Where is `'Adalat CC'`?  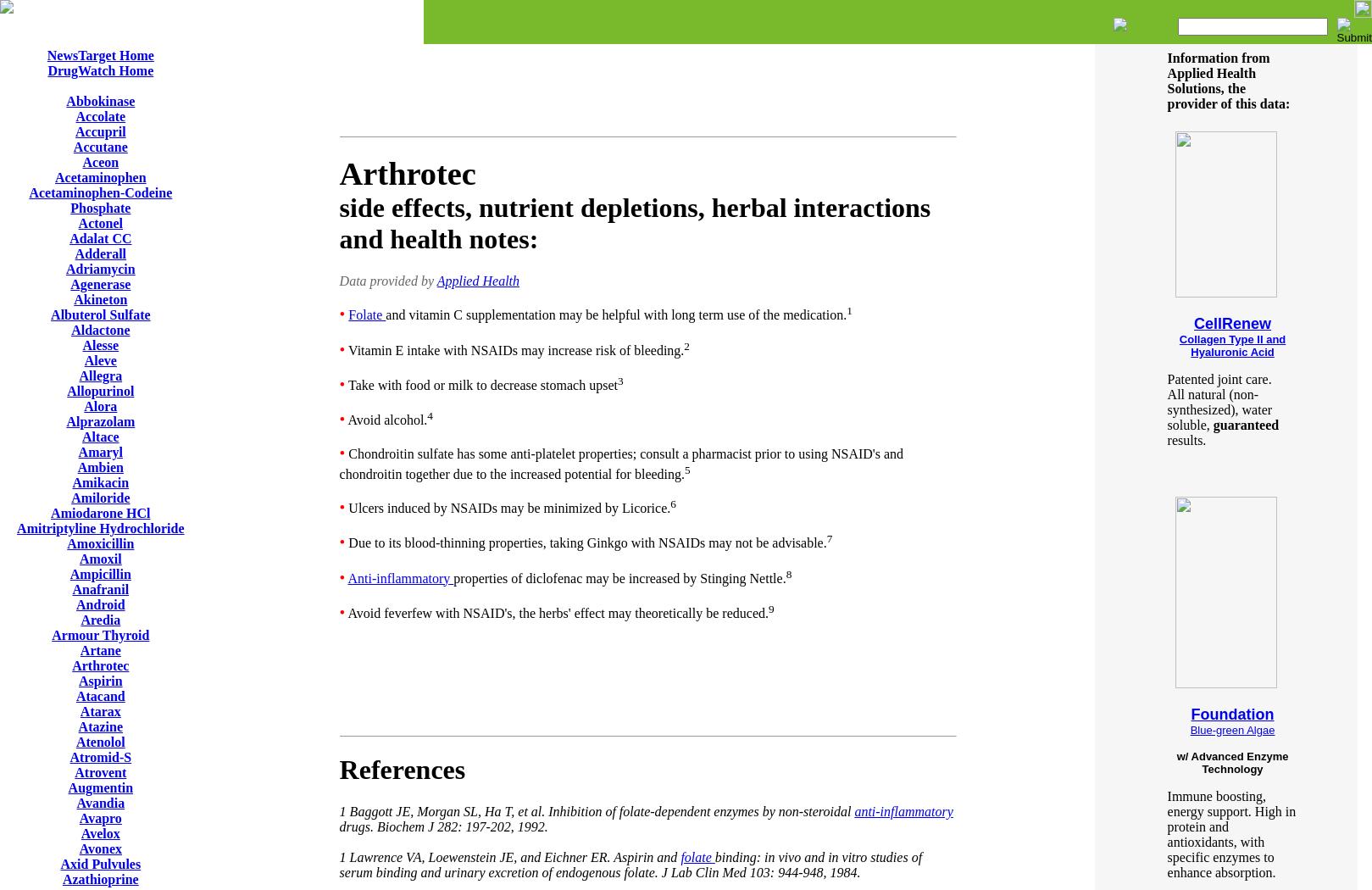
'Adalat CC' is located at coordinates (100, 237).